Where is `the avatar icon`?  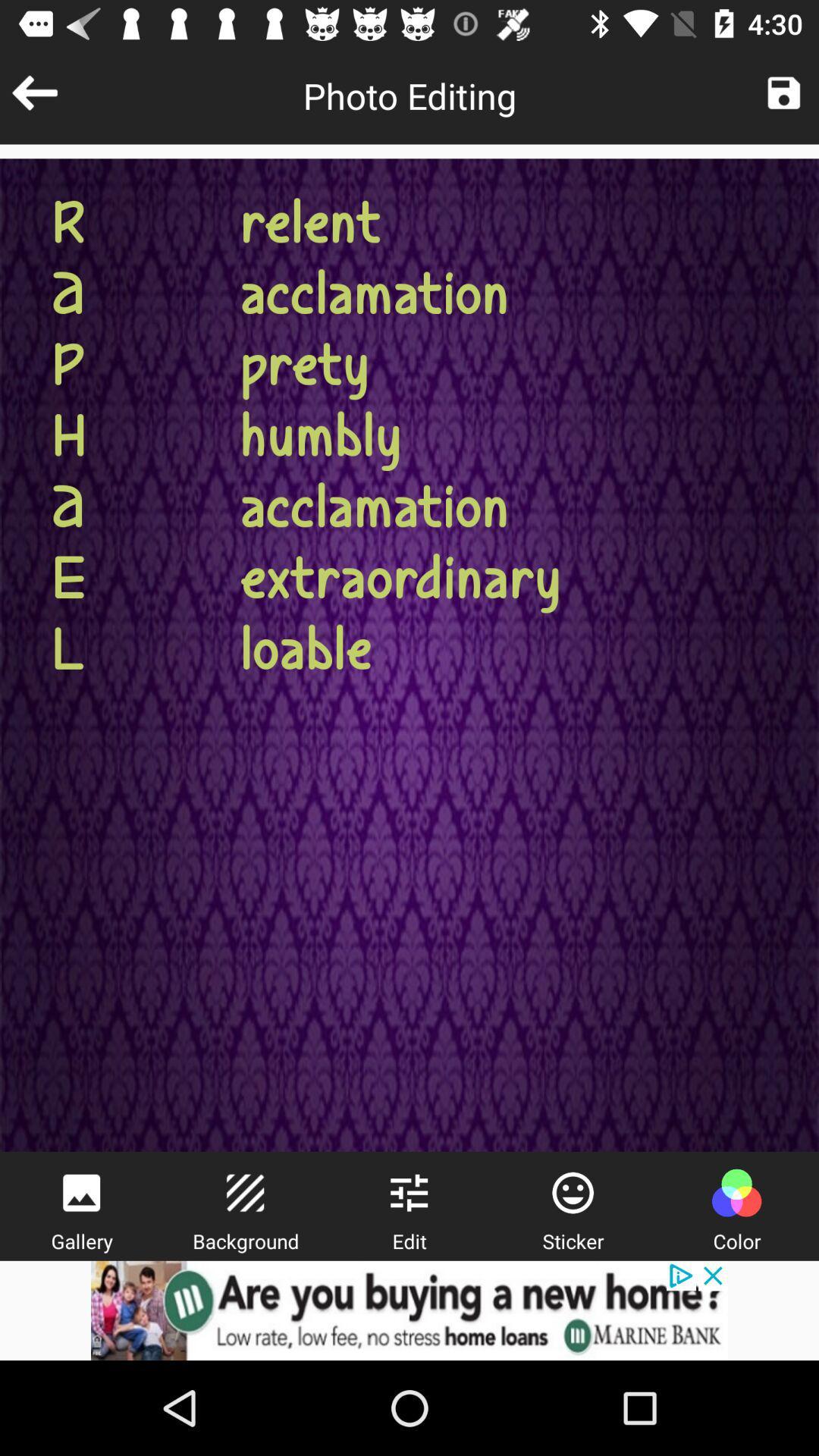
the avatar icon is located at coordinates (736, 1192).